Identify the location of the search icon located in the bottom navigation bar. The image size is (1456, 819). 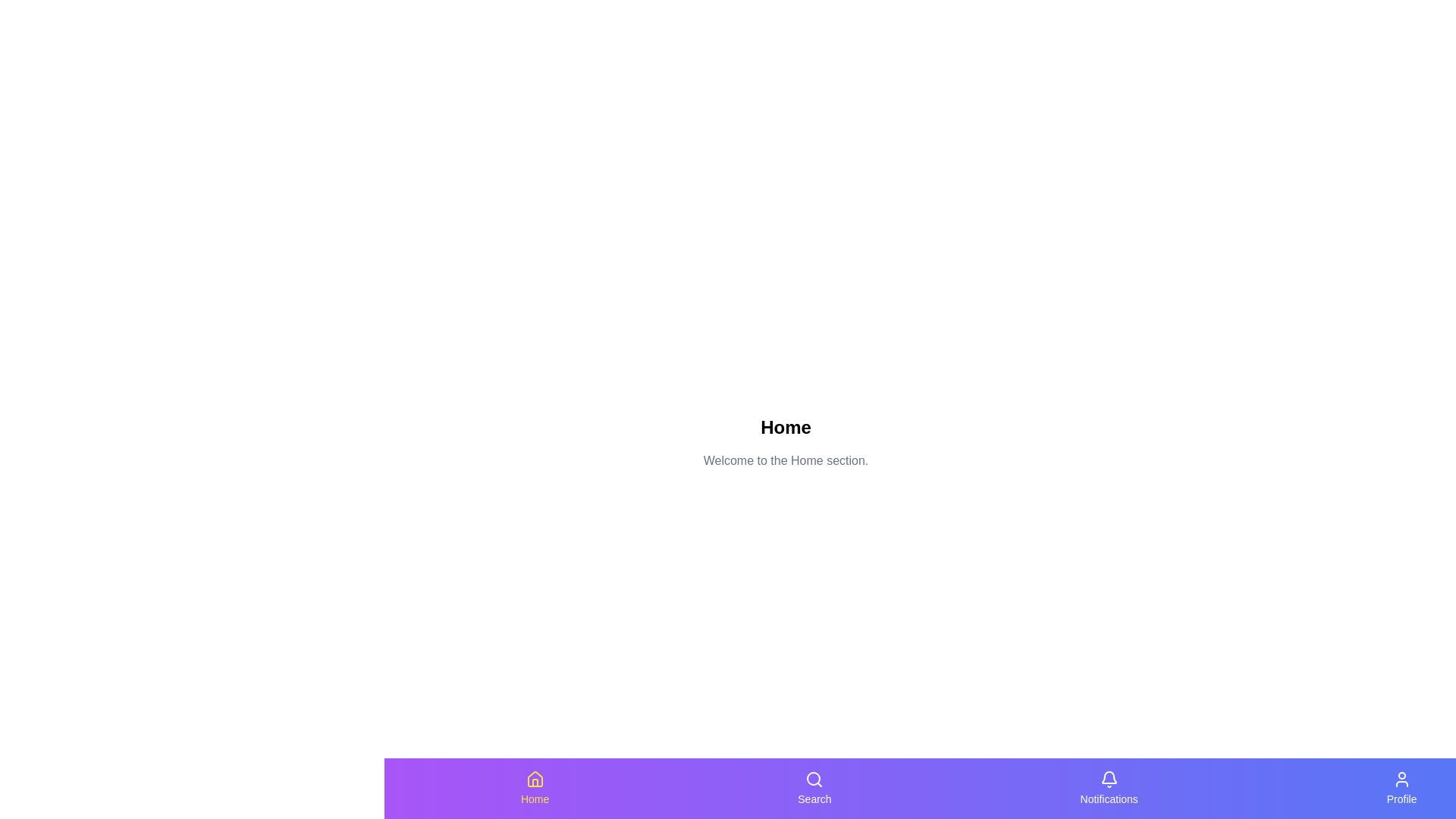
(814, 780).